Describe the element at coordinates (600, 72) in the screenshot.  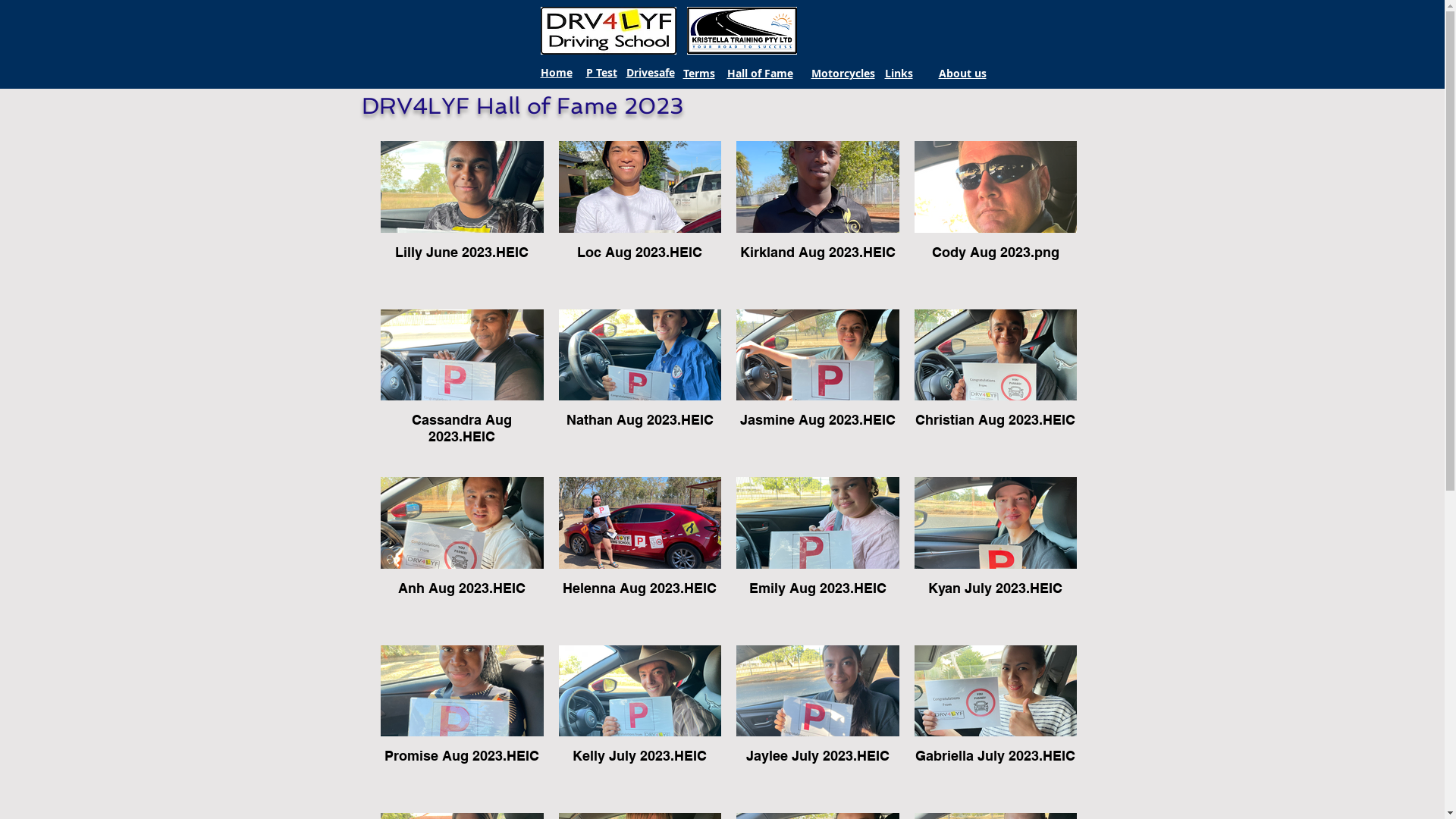
I see `'P Test'` at that location.